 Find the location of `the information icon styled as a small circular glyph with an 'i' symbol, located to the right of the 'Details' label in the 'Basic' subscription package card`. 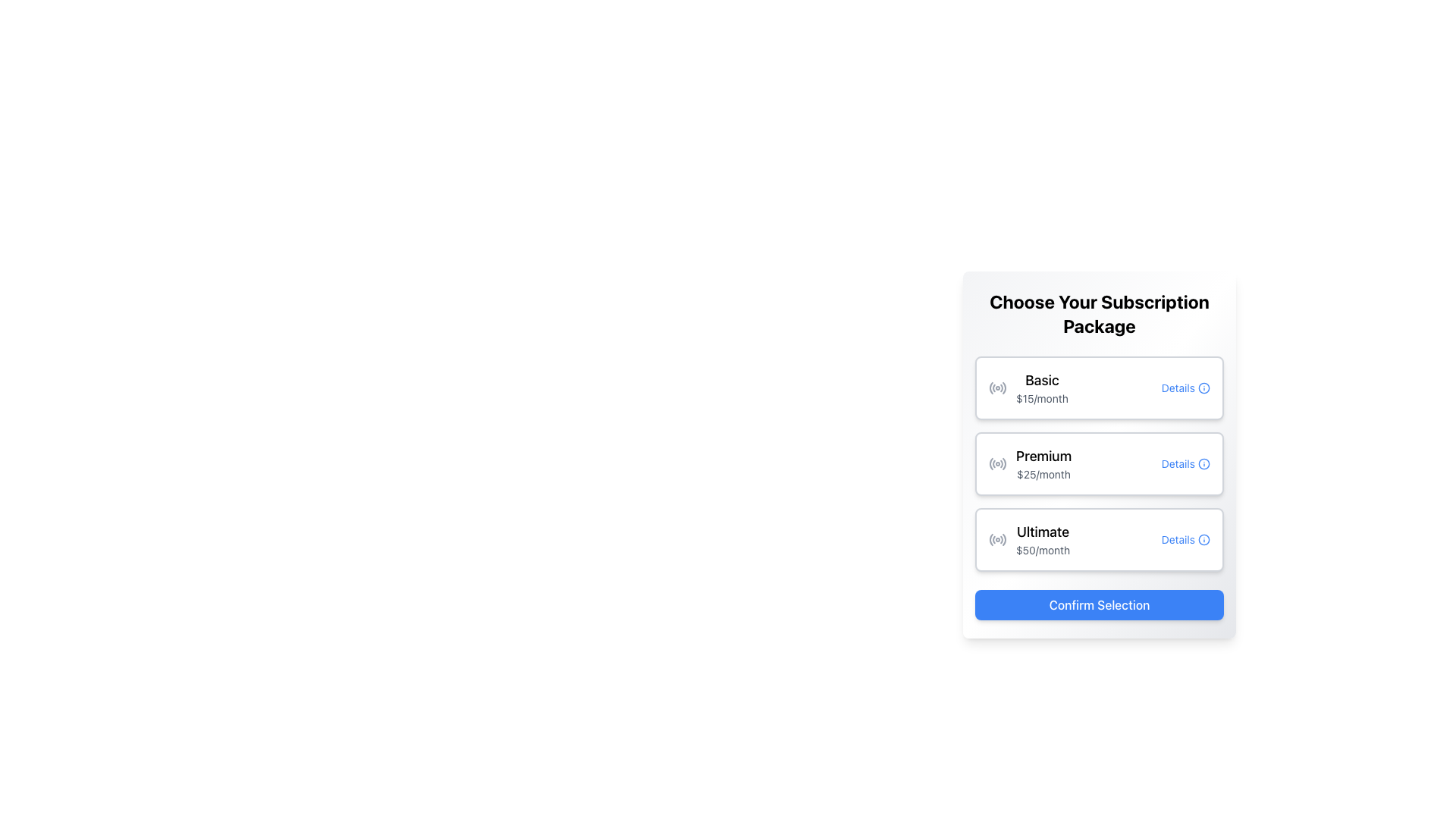

the information icon styled as a small circular glyph with an 'i' symbol, located to the right of the 'Details' label in the 'Basic' subscription package card is located at coordinates (1203, 388).